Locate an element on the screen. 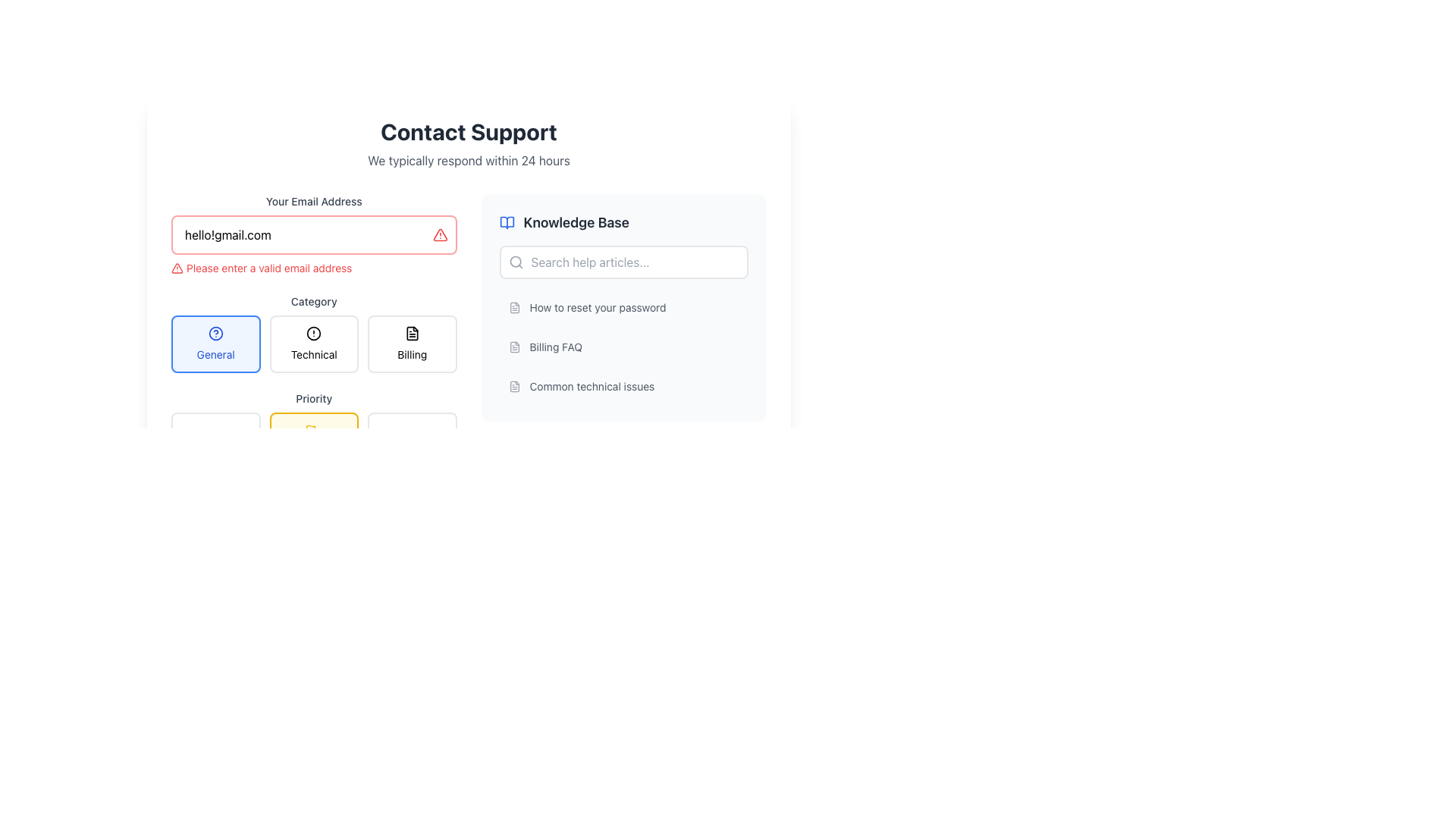 The image size is (1456, 819). the 'Billing FAQ' text label, which is a descriptive element in gray font located in the right-hand section of the interface, under the 'Knowledge Base' category is located at coordinates (555, 347).